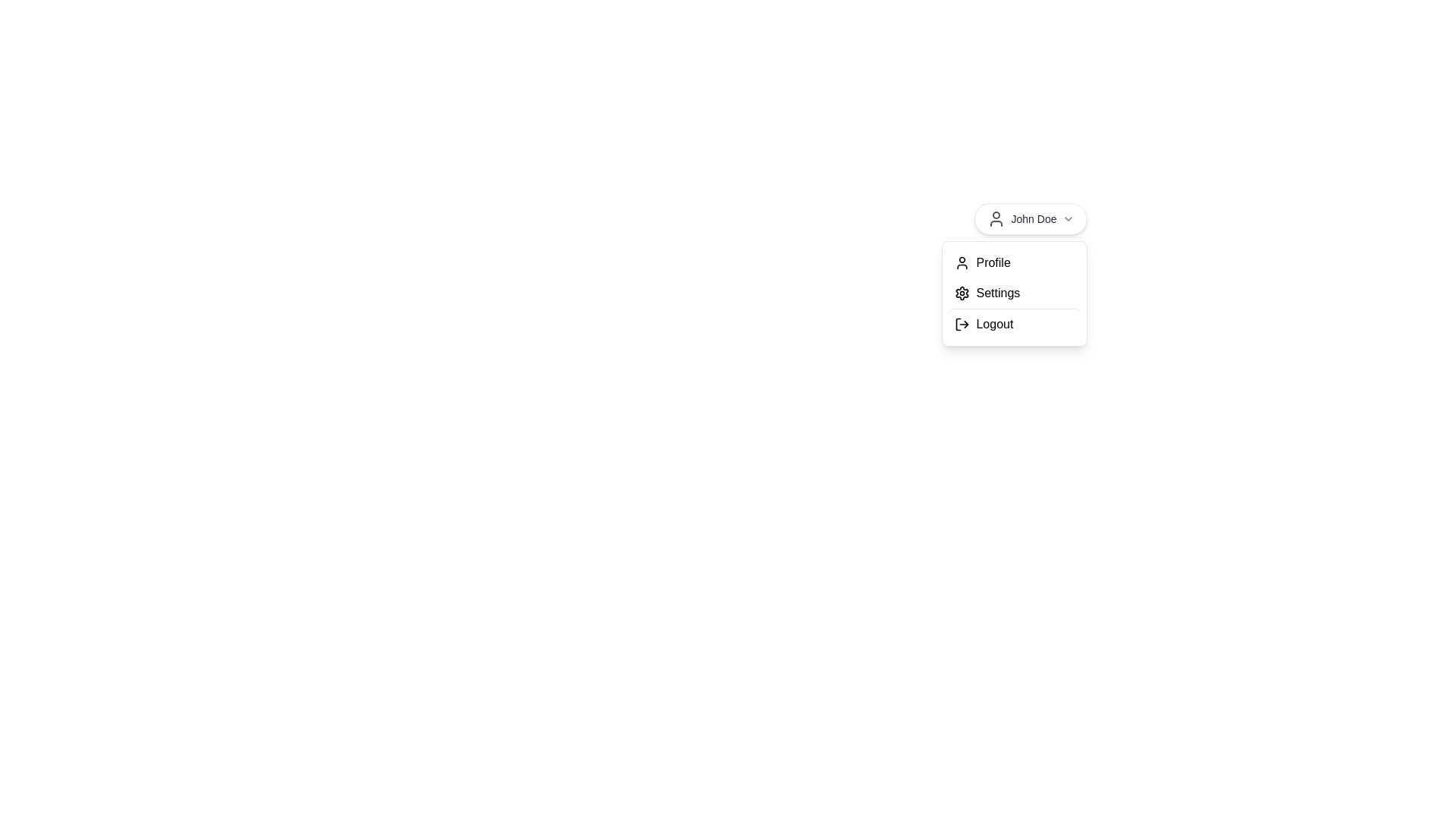  Describe the element at coordinates (962, 262) in the screenshot. I see `SVG icon representing the 'Profile' option in the menu, which is the first element in the sequence, located at the leftmost side of the 'Profile' menu item` at that location.